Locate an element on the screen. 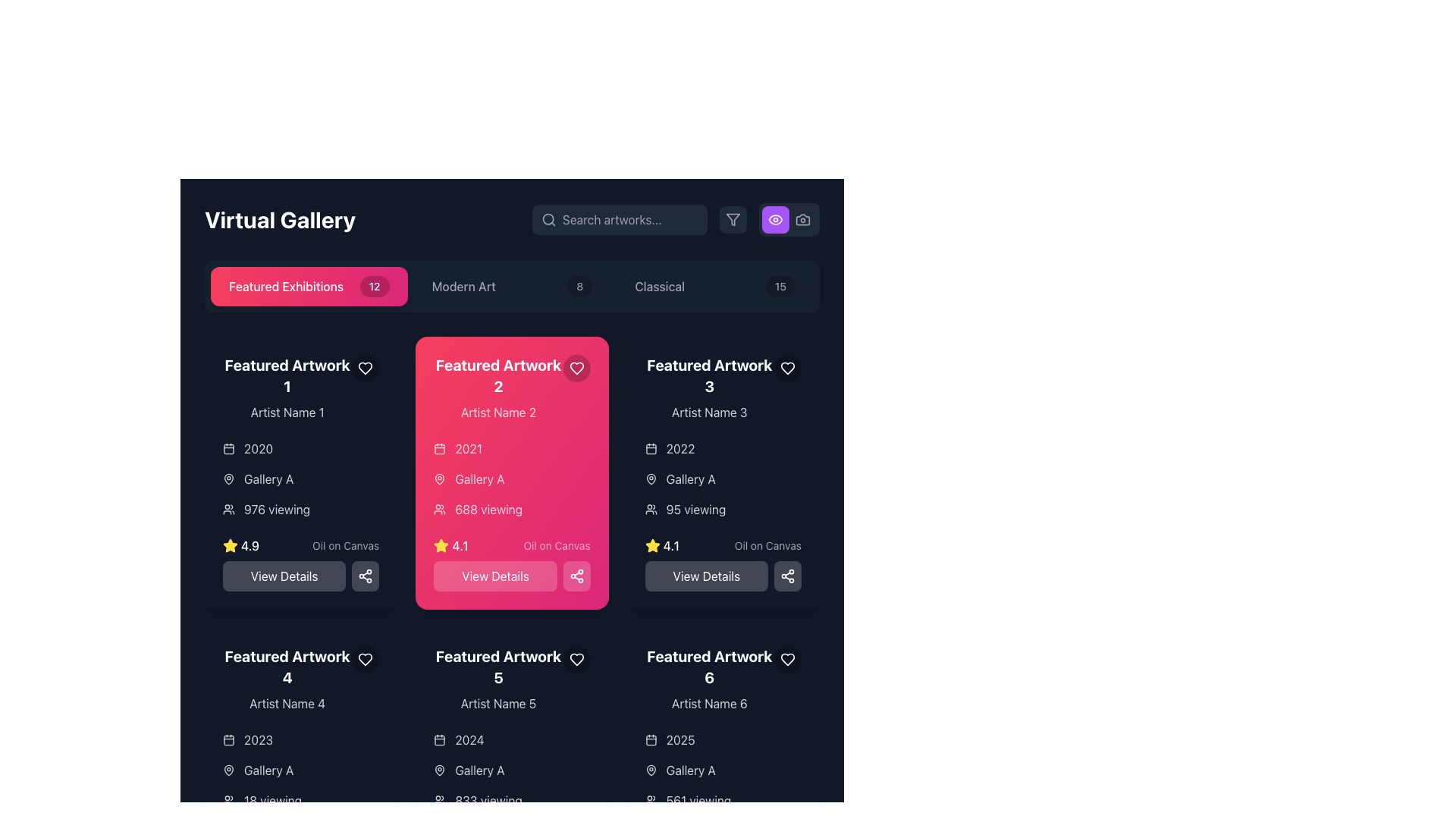  the text label displaying the year associated with 'Featured Artwork 4' for interaction, if enabled is located at coordinates (259, 739).